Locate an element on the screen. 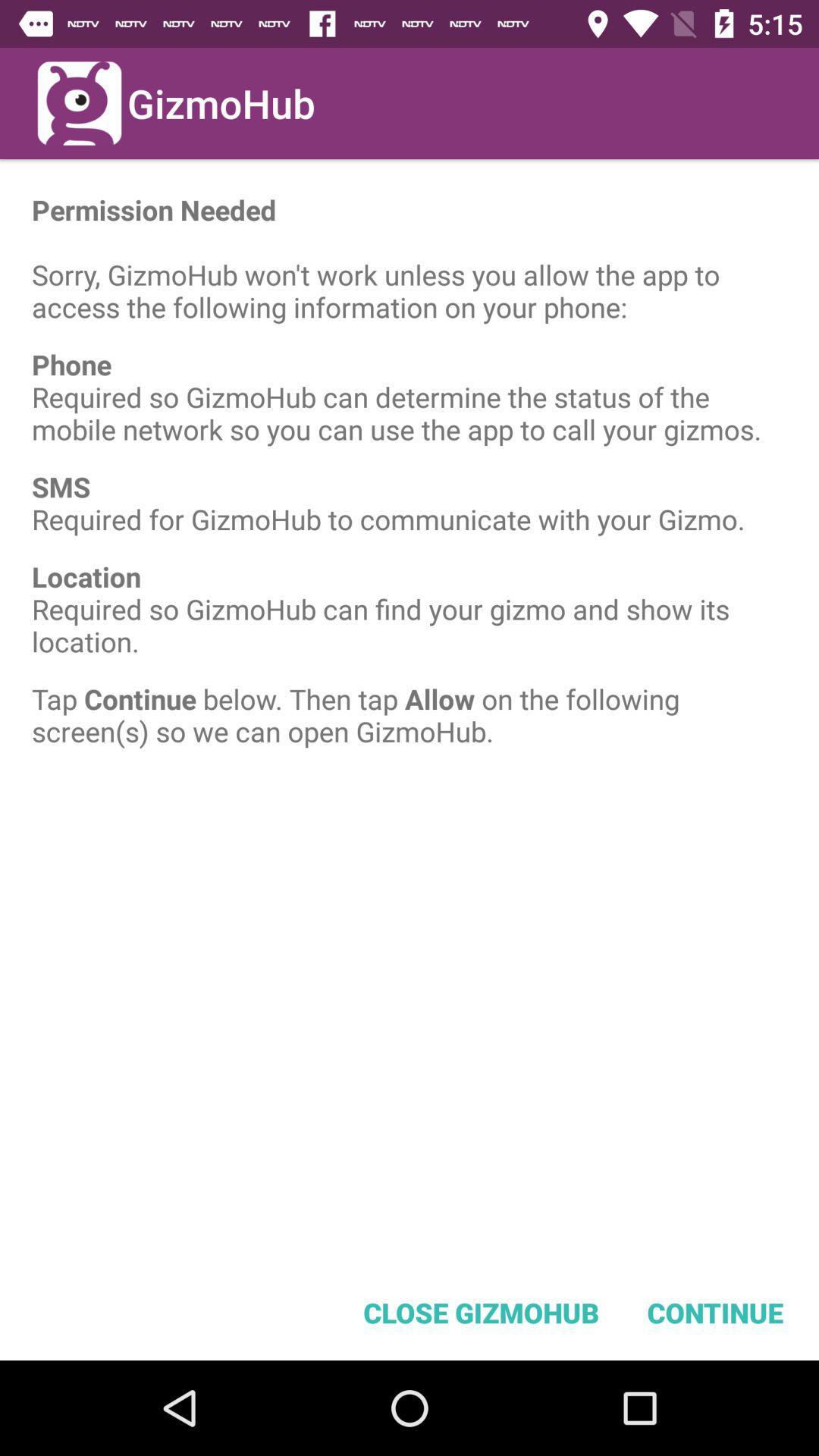 This screenshot has width=819, height=1456. the icon below the tap continue below item is located at coordinates (481, 1312).